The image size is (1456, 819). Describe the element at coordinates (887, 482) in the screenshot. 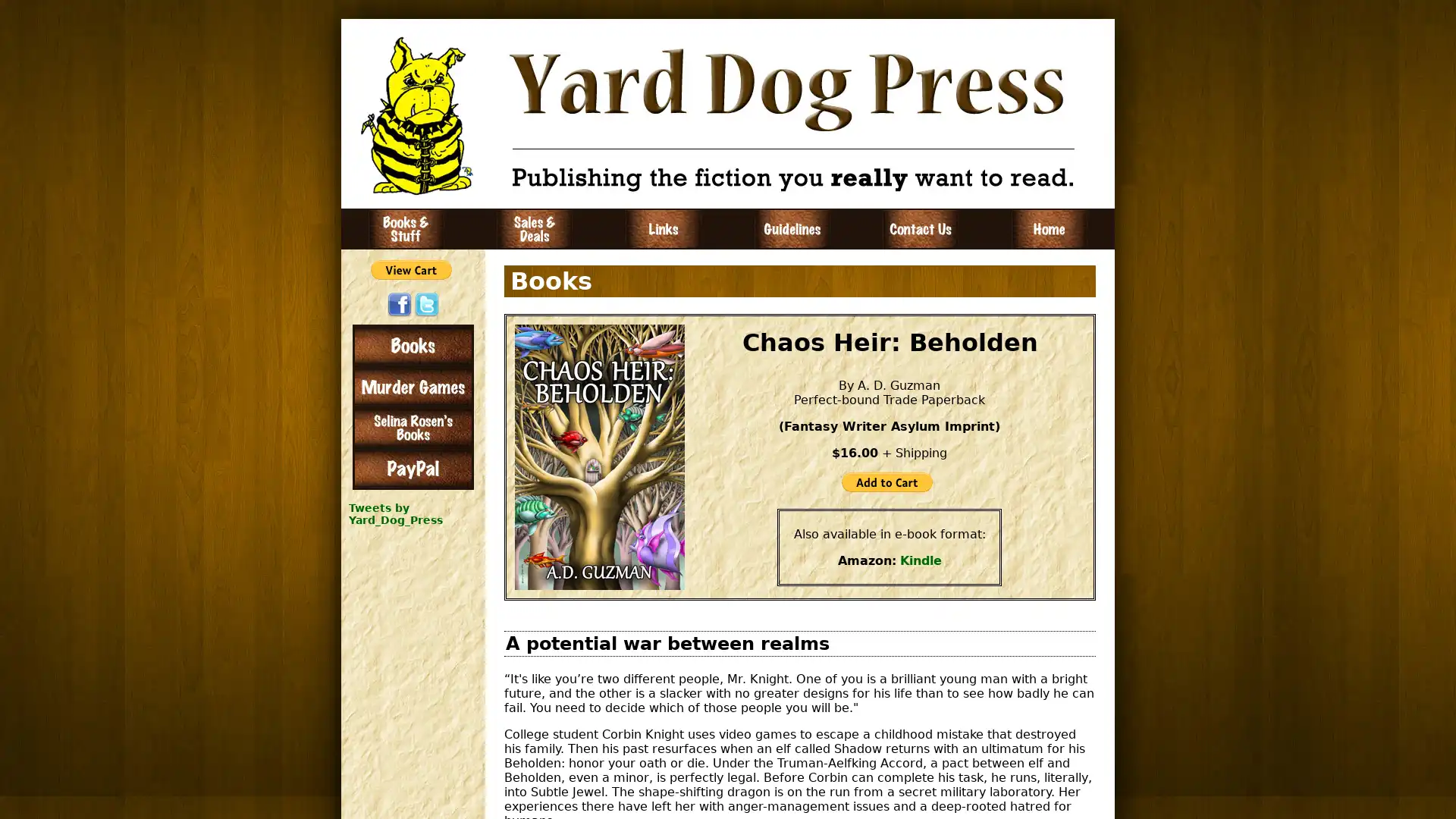

I see `PayPal - The safer, easier way to pay online!` at that location.